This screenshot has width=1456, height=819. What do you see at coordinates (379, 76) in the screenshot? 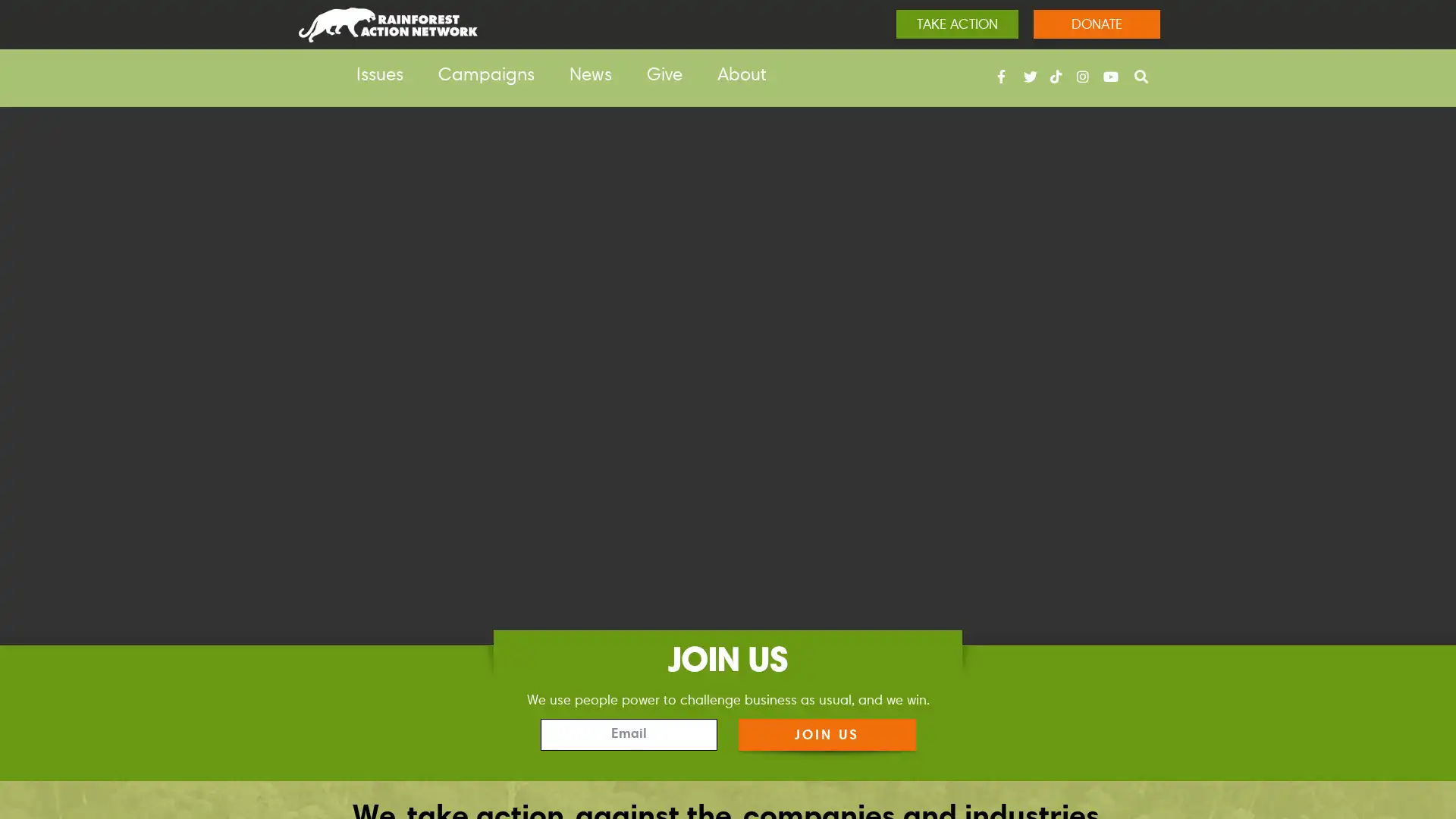
I see `Issues` at bounding box center [379, 76].